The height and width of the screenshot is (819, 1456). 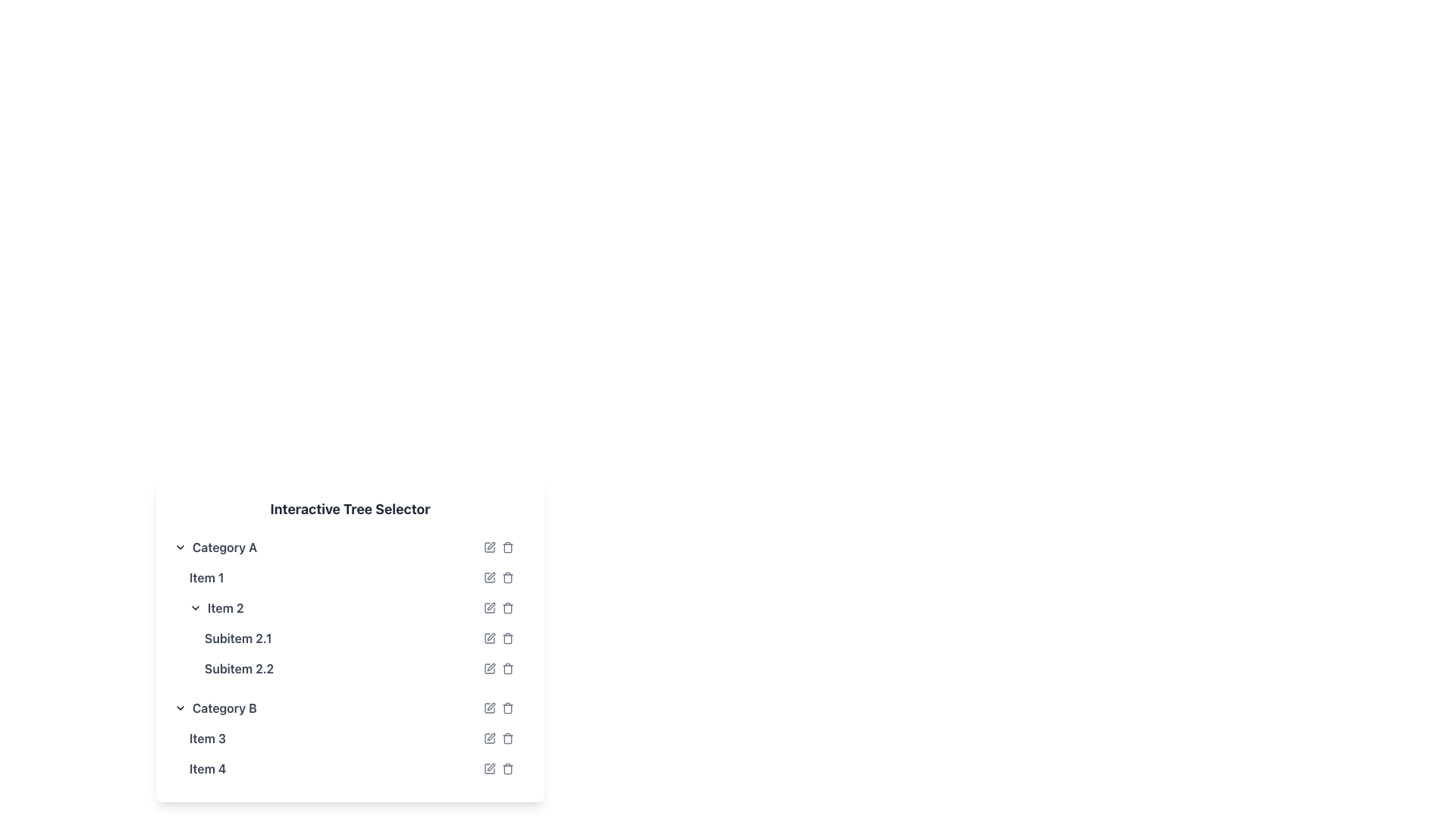 I want to click on the editing tool icon, which resembles a pen and square design, located to the right of the 'Item 4' label in the 'Interactive Tree Selector' list, so click(x=490, y=769).